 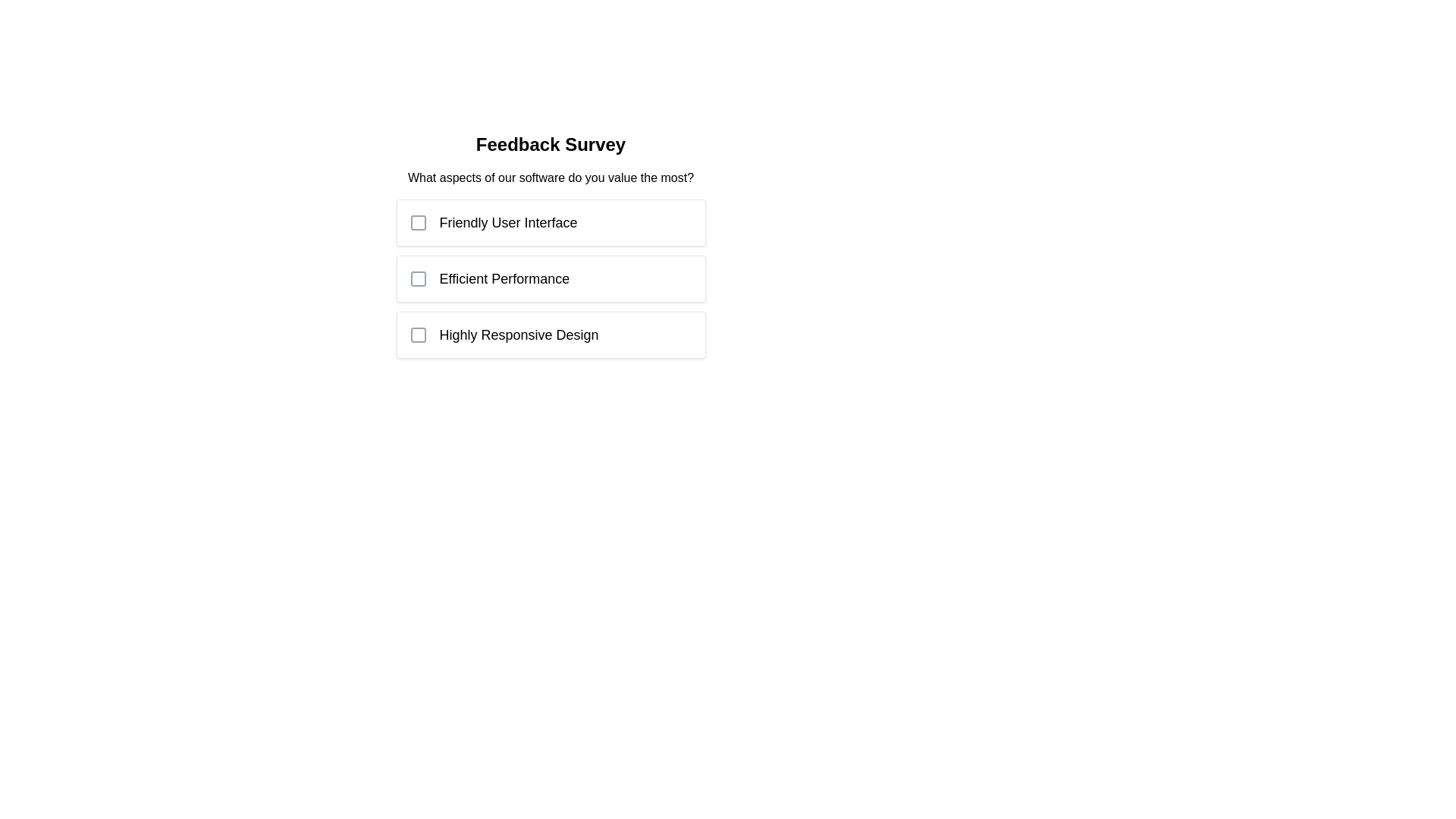 What do you see at coordinates (418, 334) in the screenshot?
I see `the inner square subcomponent of the checkbox next to the text 'Highly Responsive Design', which is the third option in the list` at bounding box center [418, 334].